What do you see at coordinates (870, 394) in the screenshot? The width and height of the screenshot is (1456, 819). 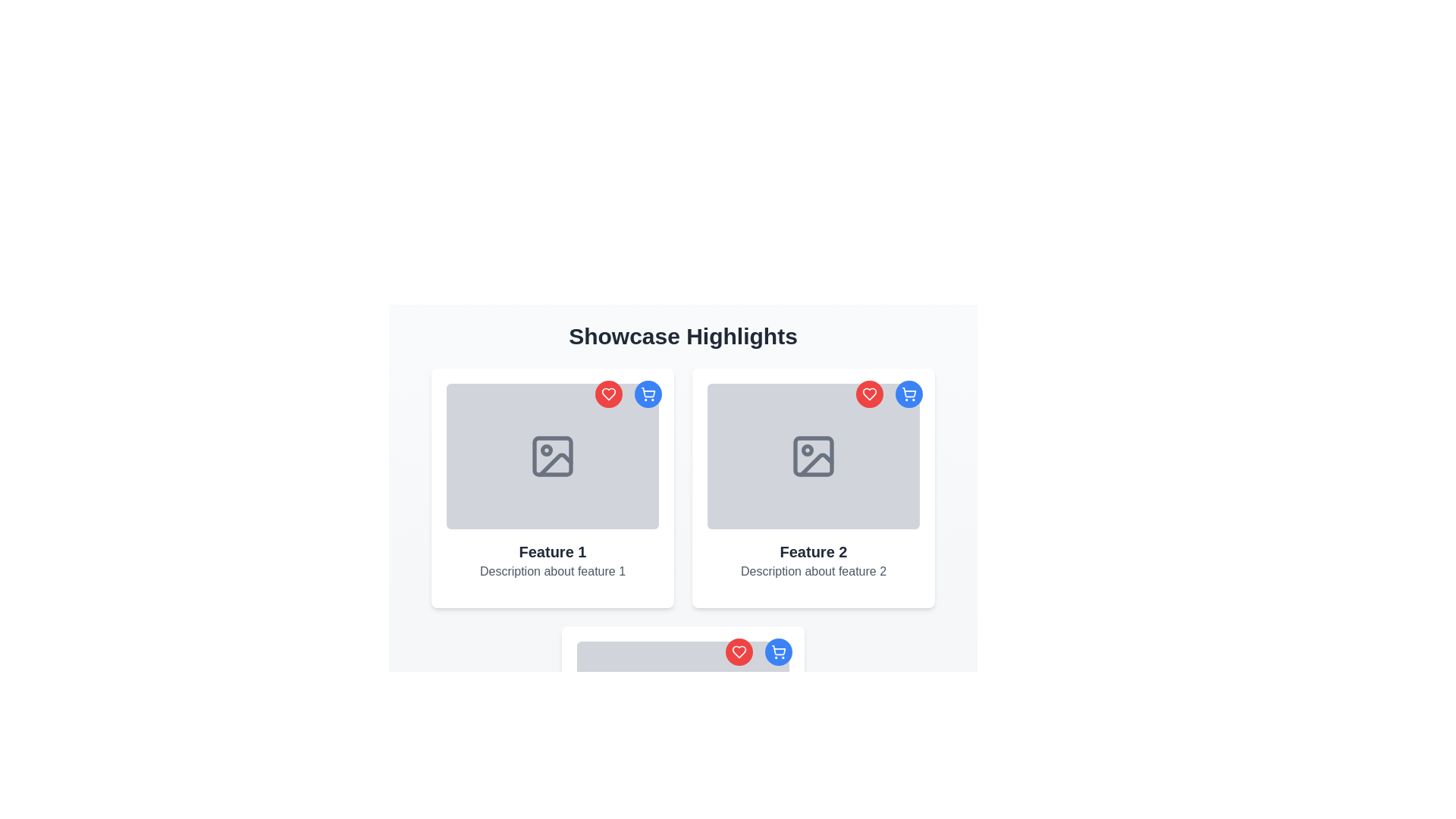 I see `the circular red button with a white heart icon located in the top-right corner of the second feature card to favorite the item` at bounding box center [870, 394].